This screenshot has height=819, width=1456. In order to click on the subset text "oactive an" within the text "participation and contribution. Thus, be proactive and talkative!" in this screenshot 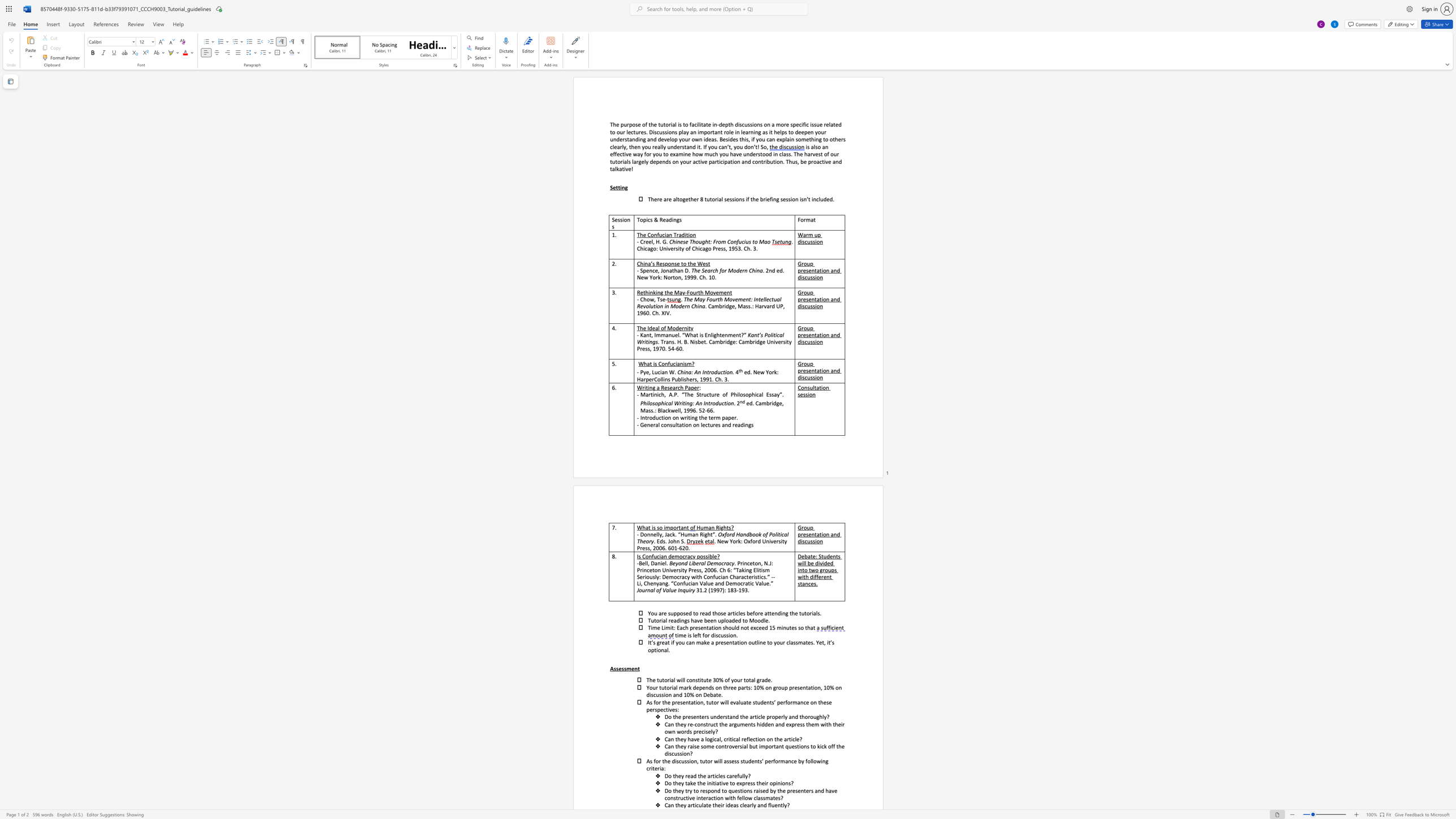, I will do `click(813, 161)`.